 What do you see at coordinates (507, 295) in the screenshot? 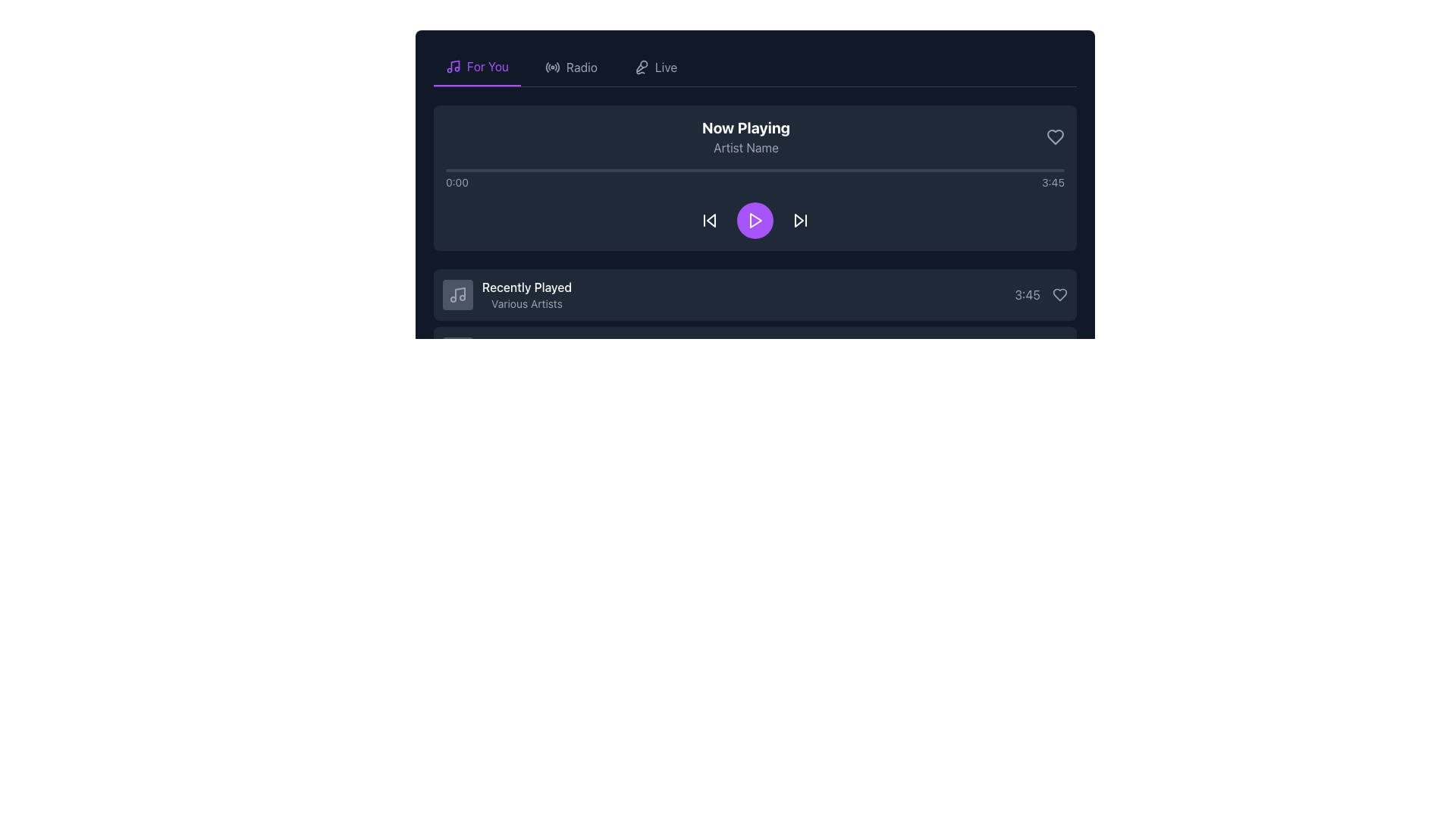
I see `the 'Recently Played' list item element, which features a bold title and a music icon` at bounding box center [507, 295].